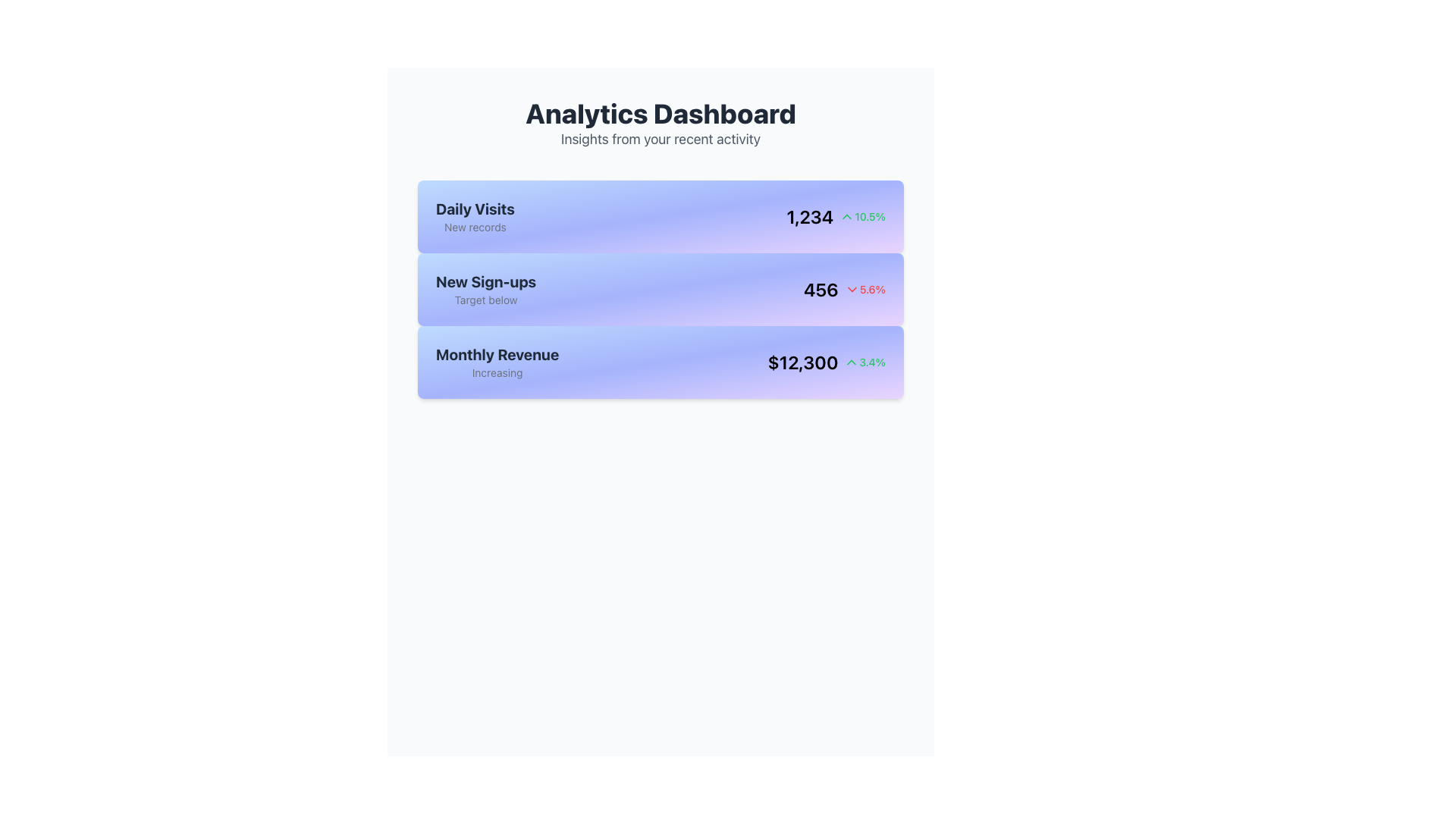 This screenshot has height=819, width=1456. I want to click on the Text group that displays the title and descriptive status for the 'Monthly Revenue' metric located on the third card in the vertical list of cards, so click(497, 362).